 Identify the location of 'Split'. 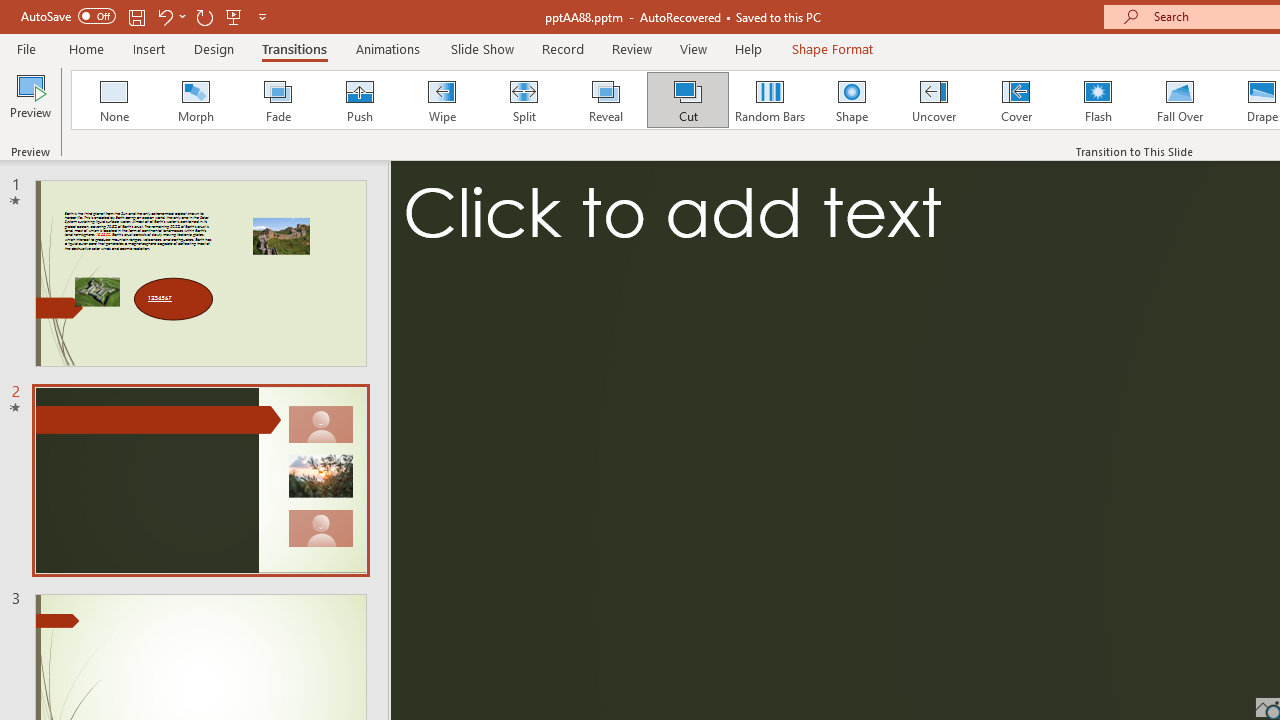
(523, 100).